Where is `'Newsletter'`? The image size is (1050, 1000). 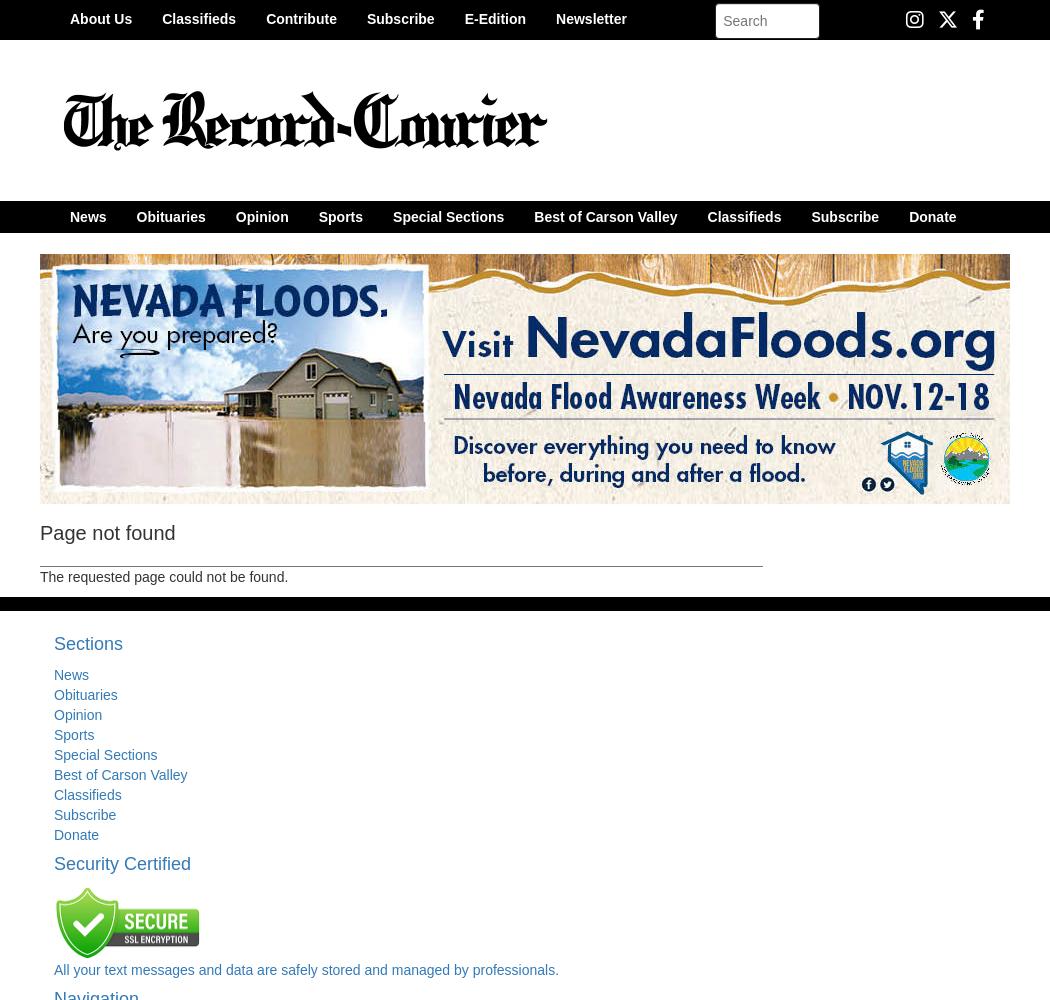 'Newsletter' is located at coordinates (555, 19).